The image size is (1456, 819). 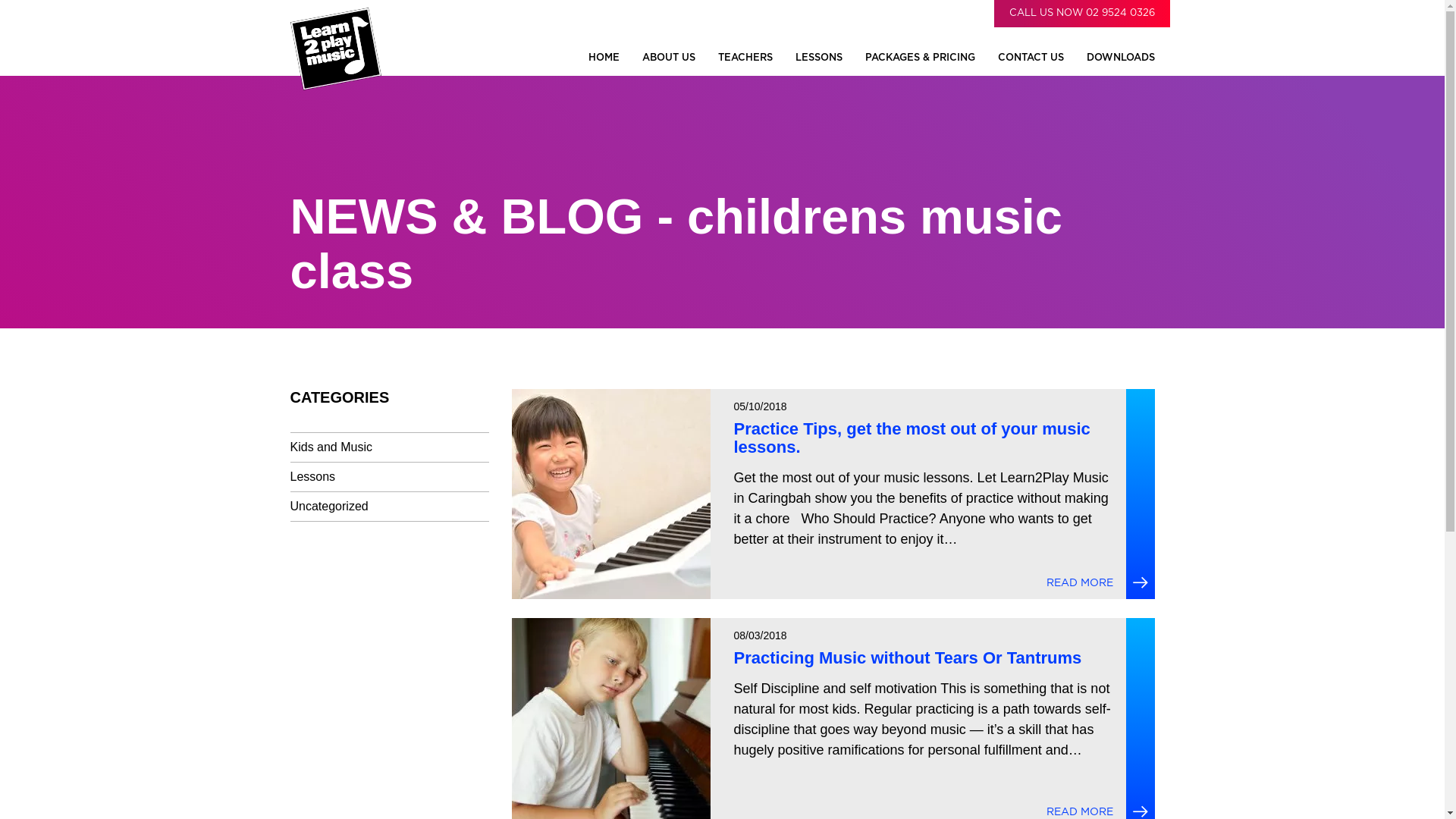 I want to click on 'TEACHERS', so click(x=745, y=57).